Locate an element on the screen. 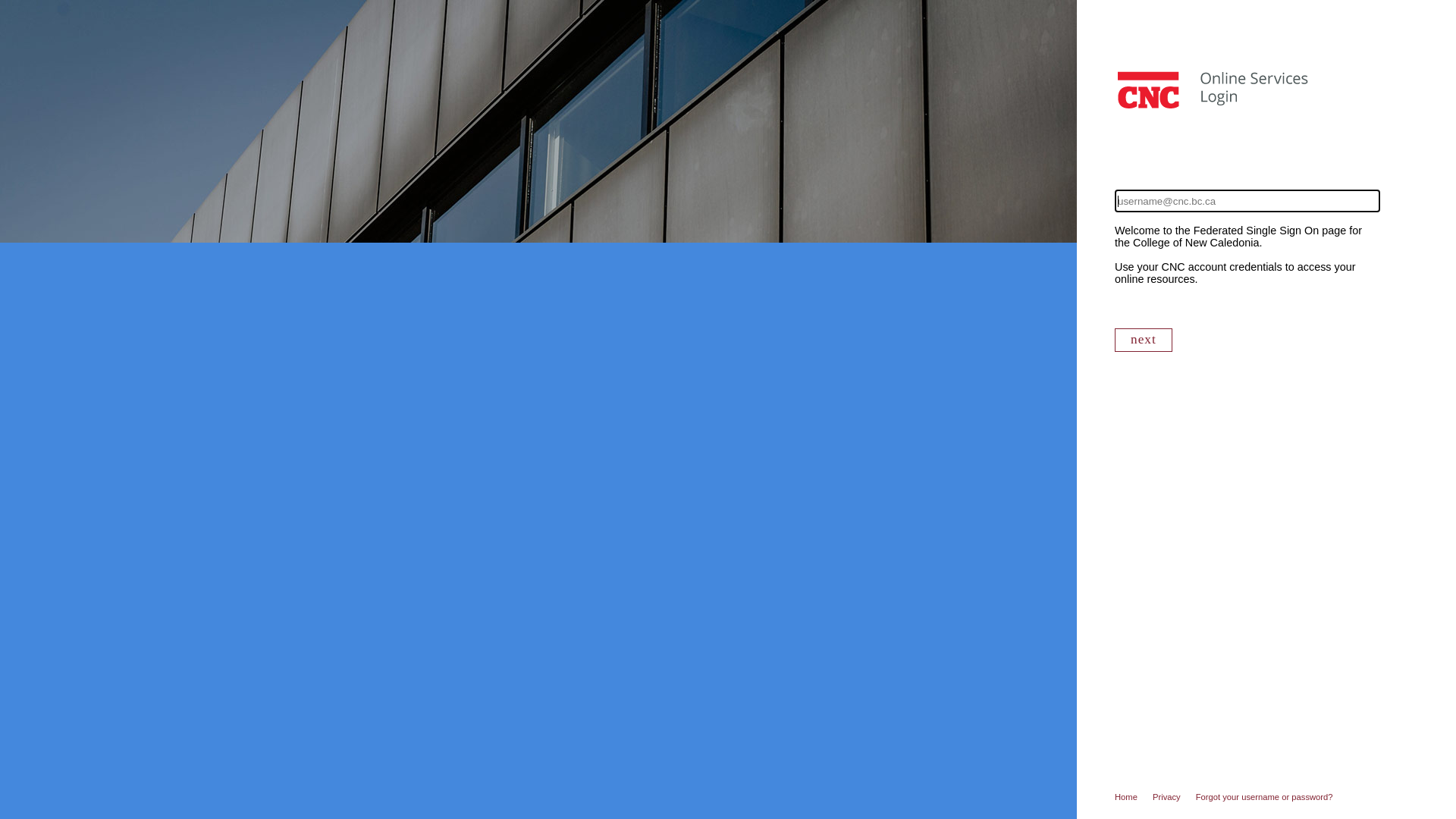  'Forgot your username or password?' is located at coordinates (1195, 795).